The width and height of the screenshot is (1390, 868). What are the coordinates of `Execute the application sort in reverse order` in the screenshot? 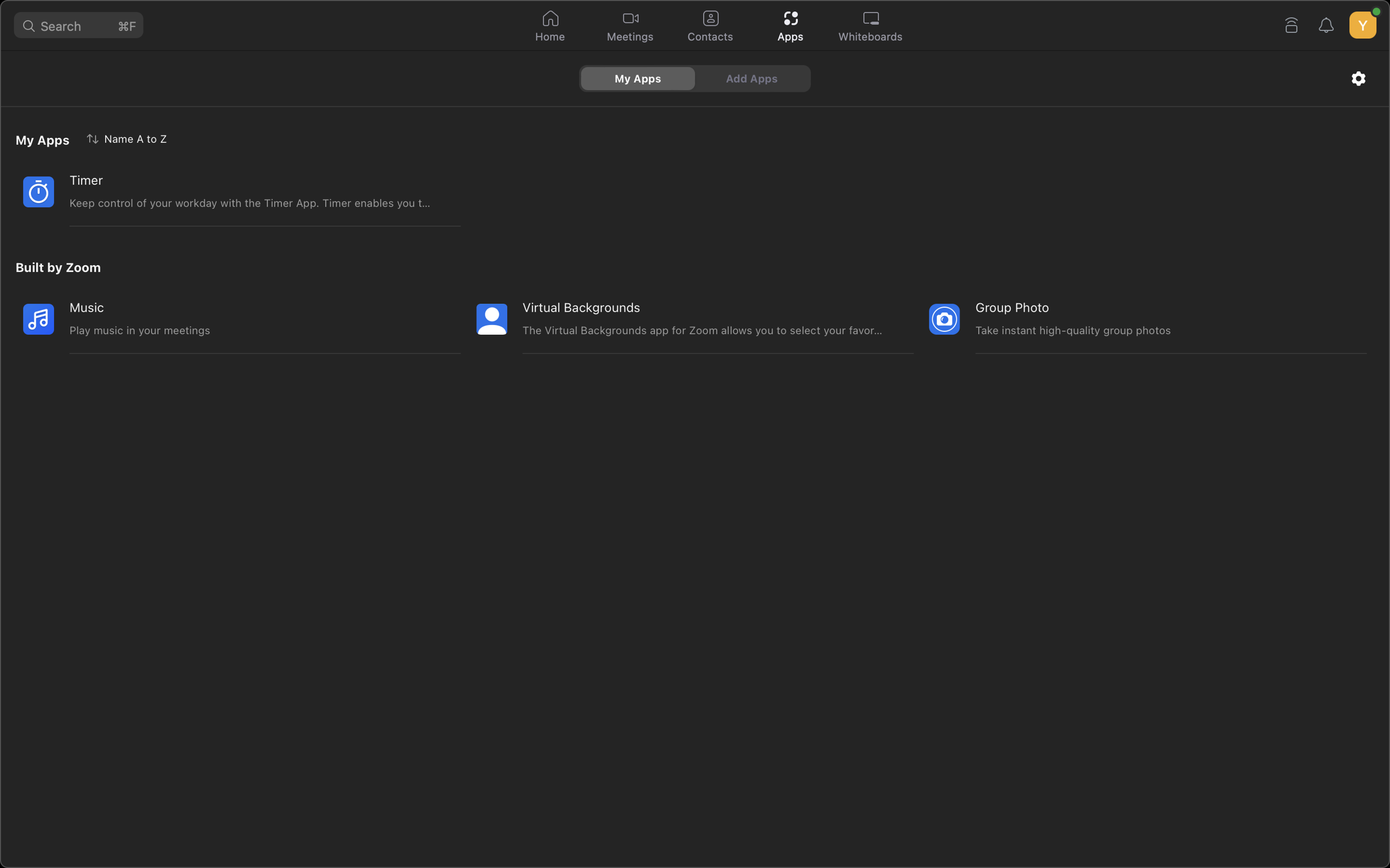 It's located at (129, 137).